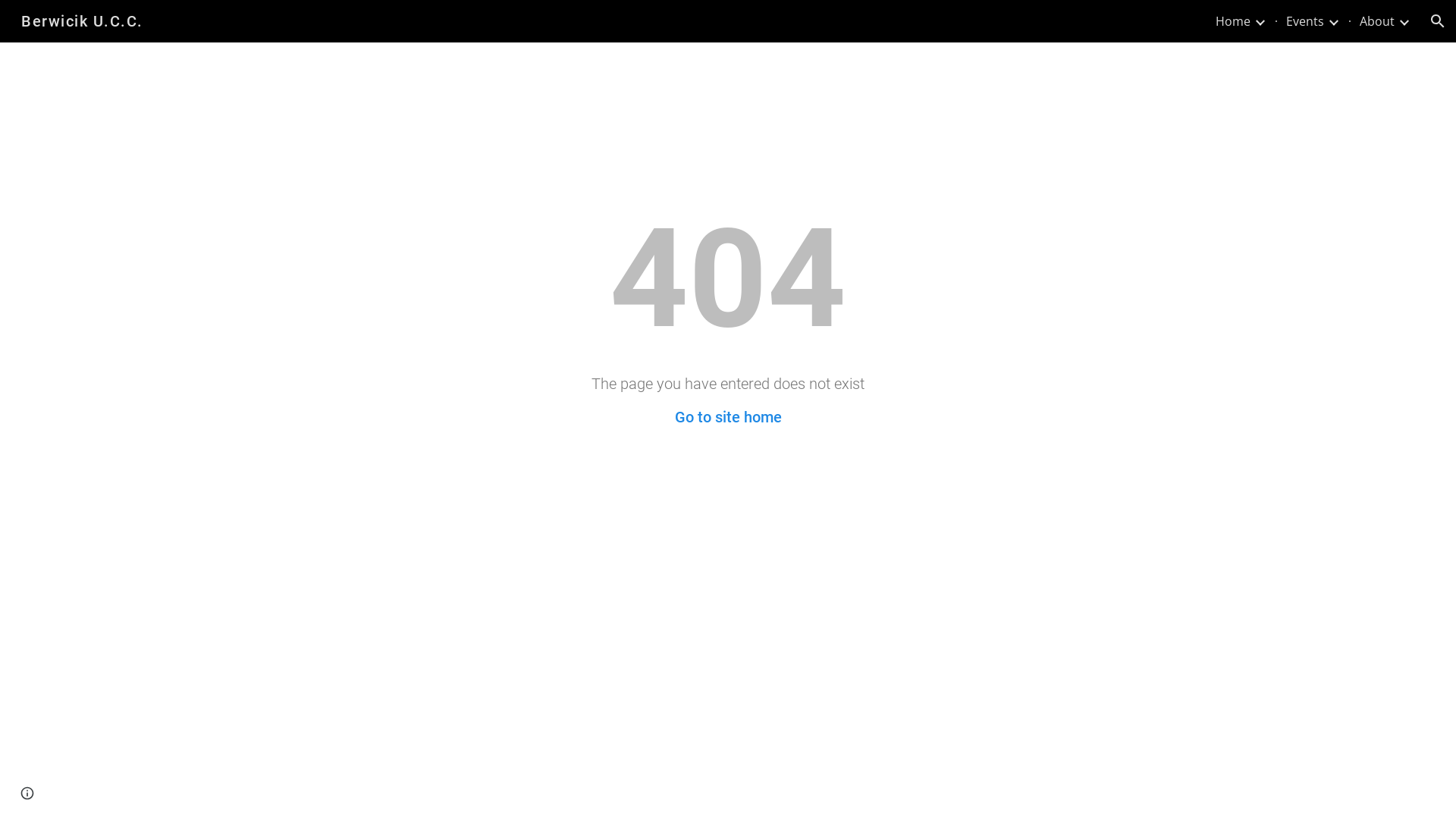  Describe the element at coordinates (1376, 20) in the screenshot. I see `'About'` at that location.